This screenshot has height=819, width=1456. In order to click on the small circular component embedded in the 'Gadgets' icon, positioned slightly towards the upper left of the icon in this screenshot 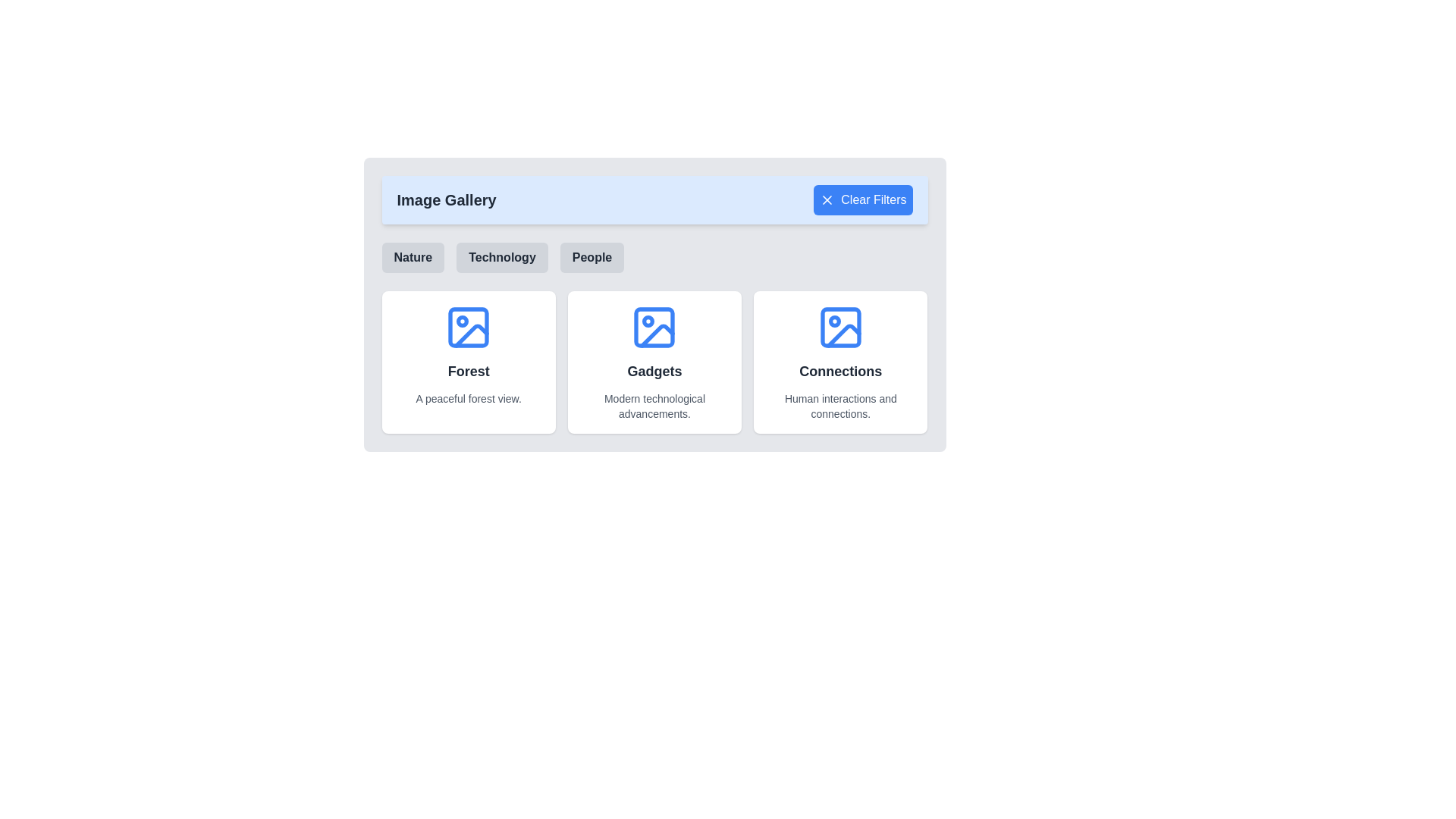, I will do `click(648, 321)`.